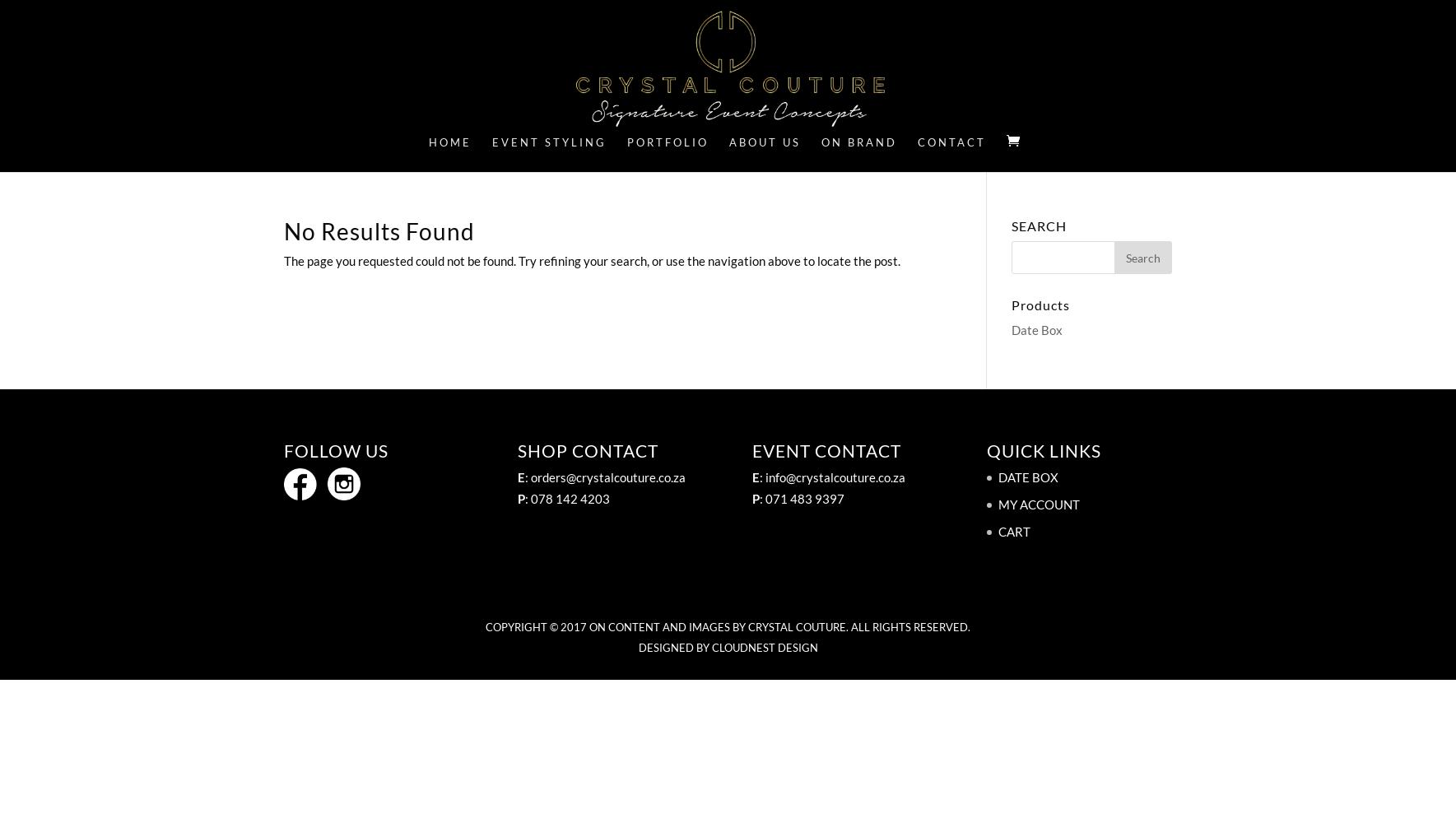 The height and width of the screenshot is (823, 1456). Describe the element at coordinates (427, 142) in the screenshot. I see `'HOME'` at that location.